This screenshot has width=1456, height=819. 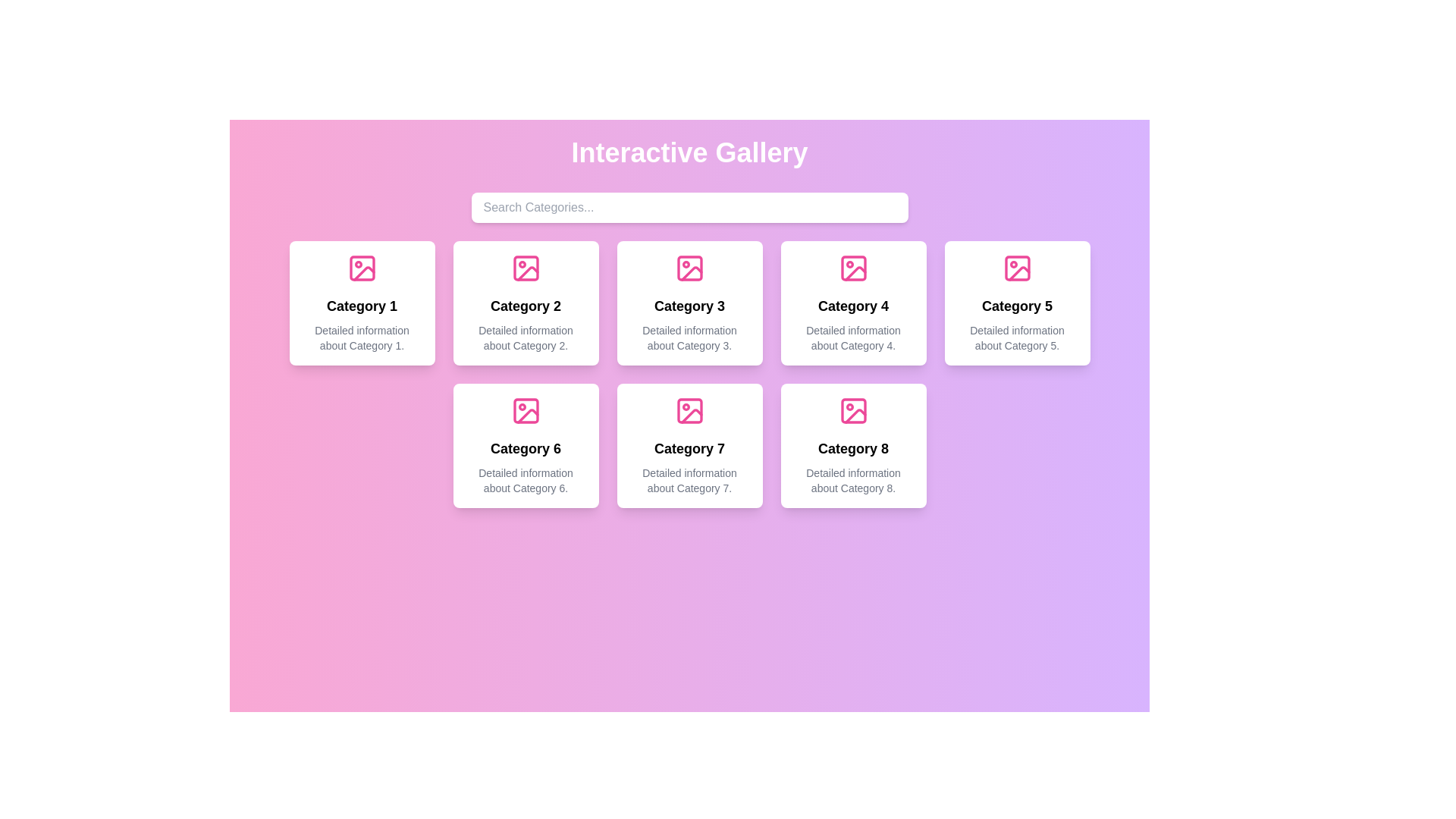 What do you see at coordinates (853, 337) in the screenshot?
I see `additional information text located in the lower section of the card labeled 'Category 4', positioned directly below the header text 'Category 4'` at bounding box center [853, 337].